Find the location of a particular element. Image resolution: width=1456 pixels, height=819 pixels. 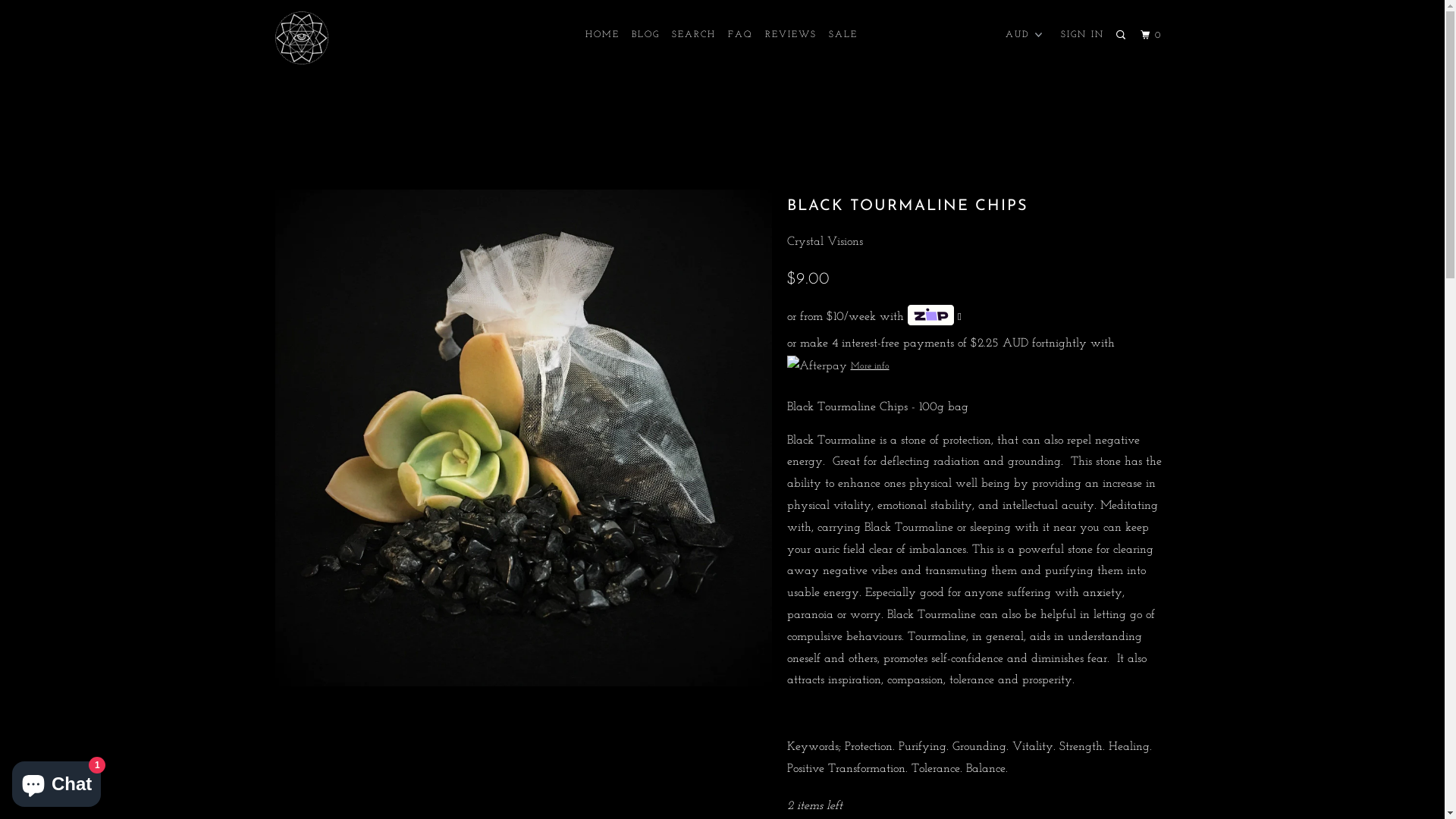

'REVIEWS' is located at coordinates (789, 34).